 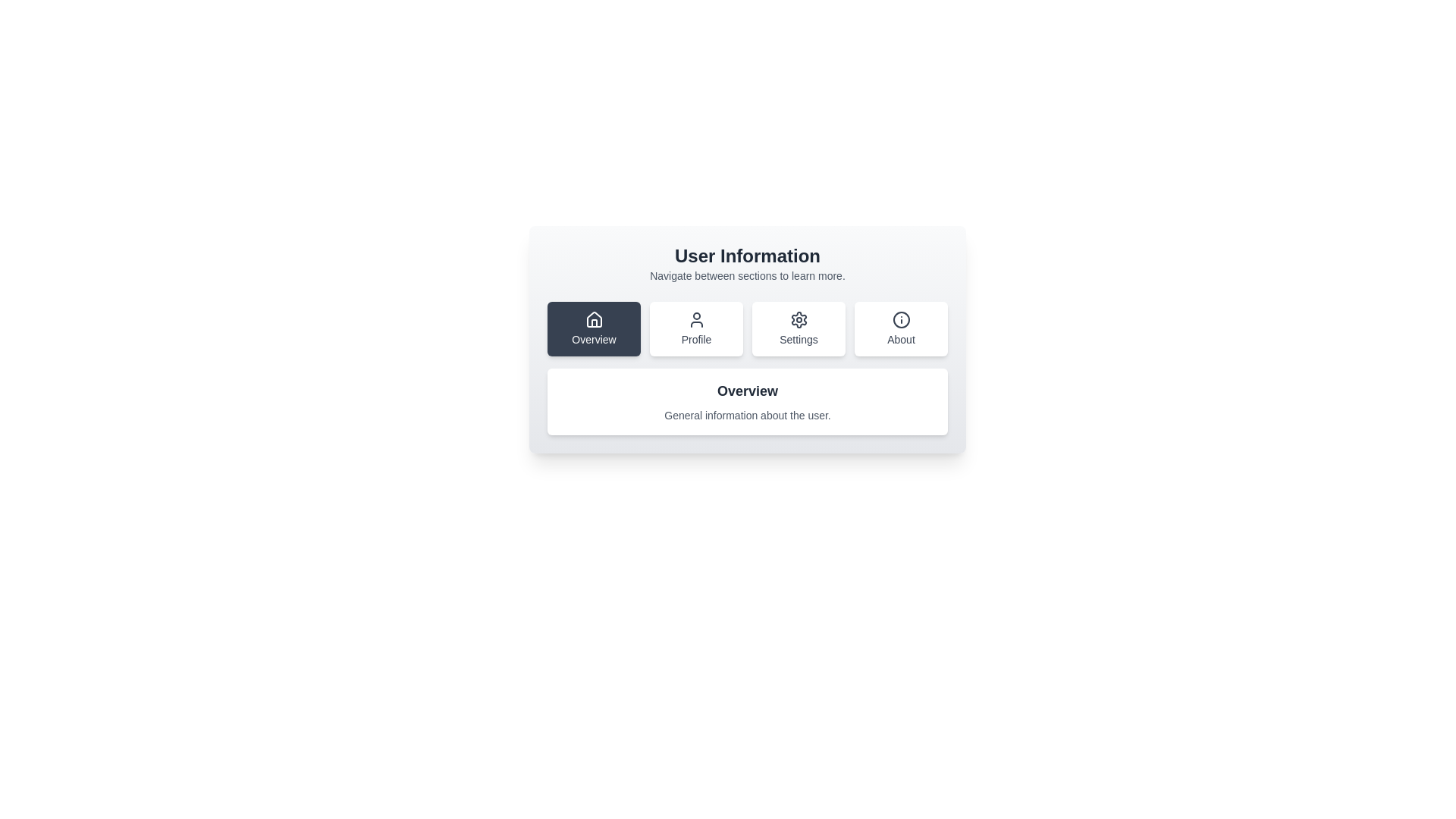 I want to click on the 'Settings' text label, which is displayed in a small, bold font beneath the settings icon in the third button from the left in the second row of the interface, so click(x=798, y=338).